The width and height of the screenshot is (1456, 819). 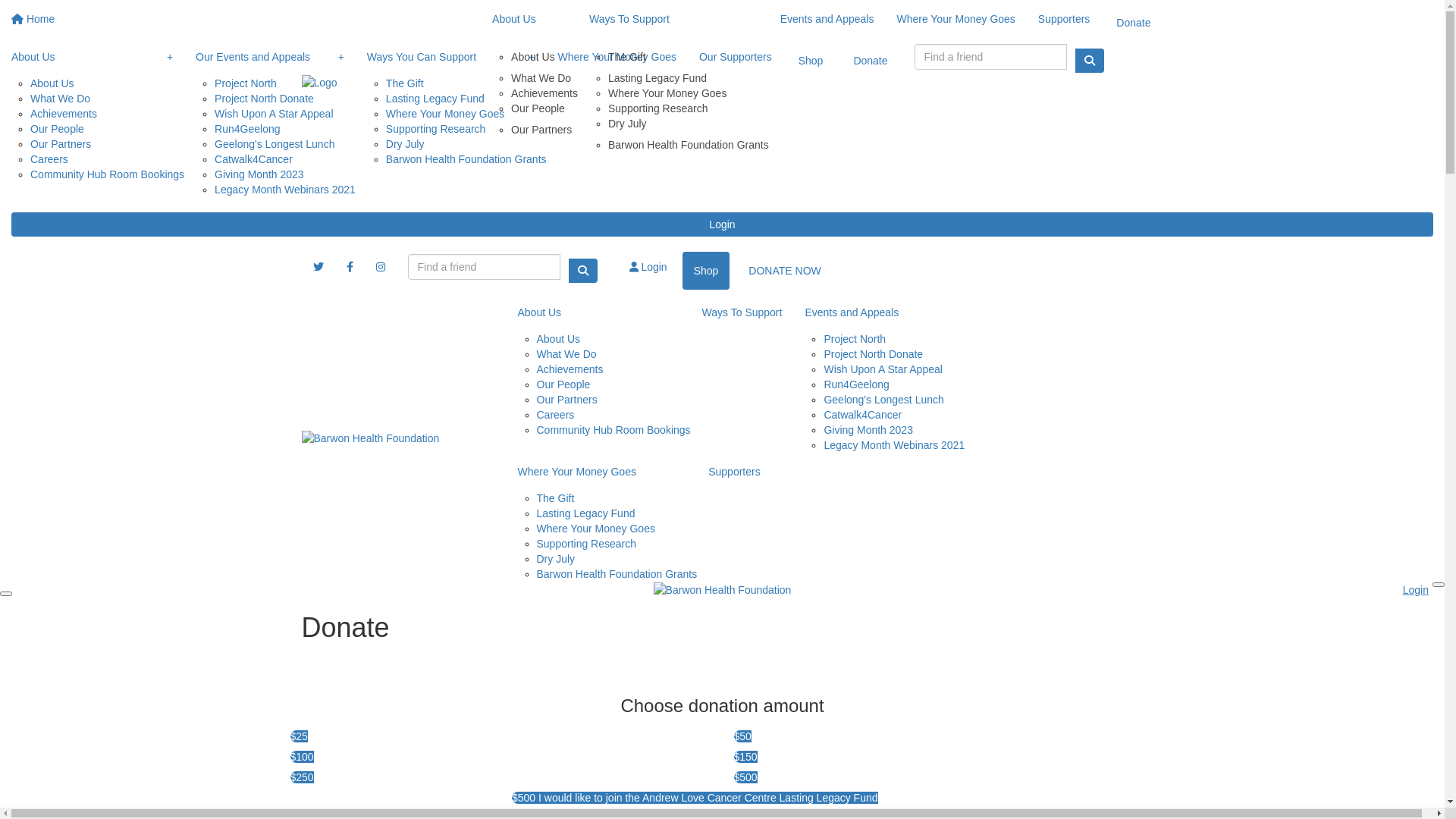 I want to click on 'Achievements', so click(x=544, y=93).